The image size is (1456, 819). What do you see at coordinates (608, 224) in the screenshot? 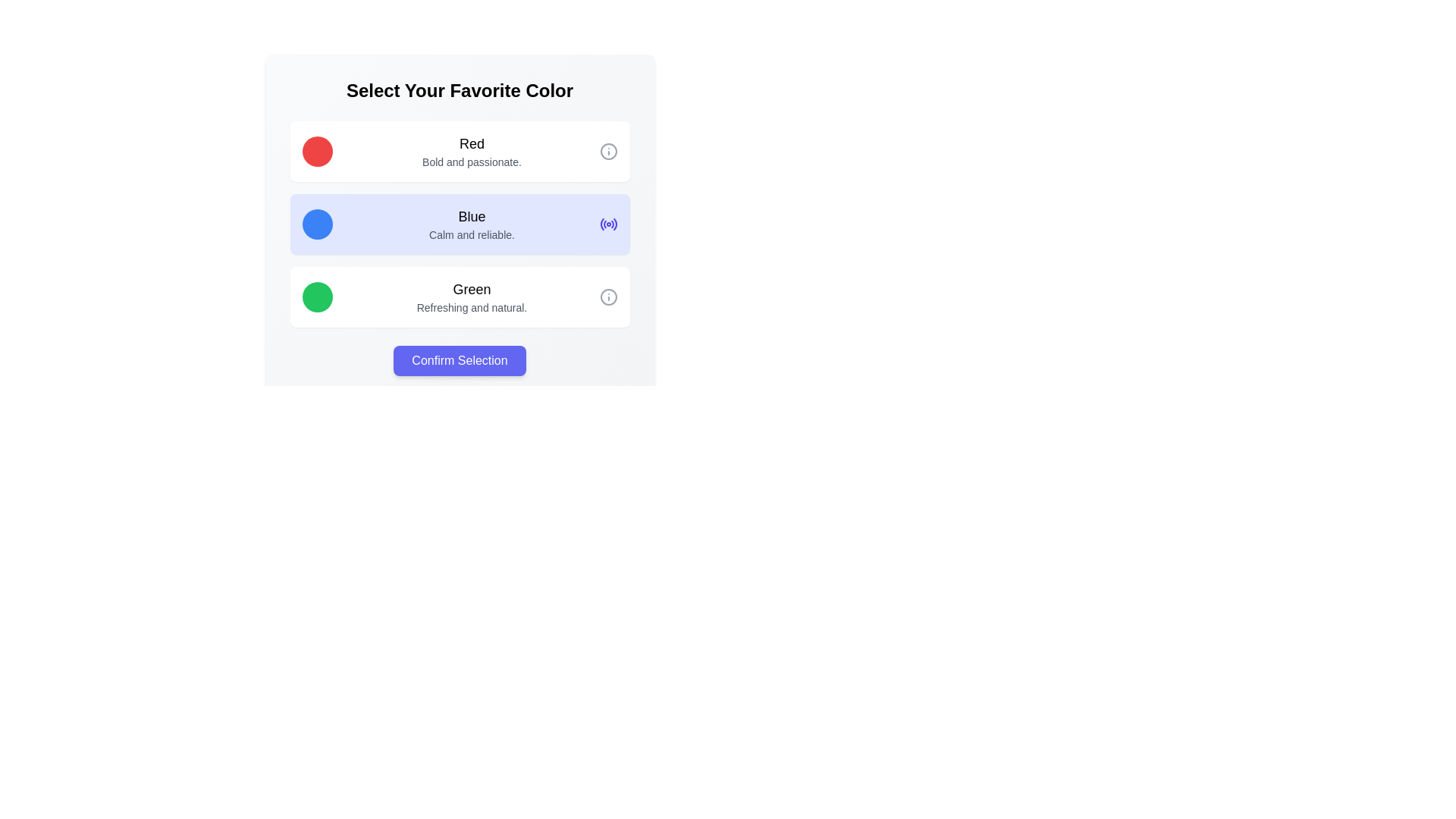
I see `the radio button icon (SVG)` at bounding box center [608, 224].